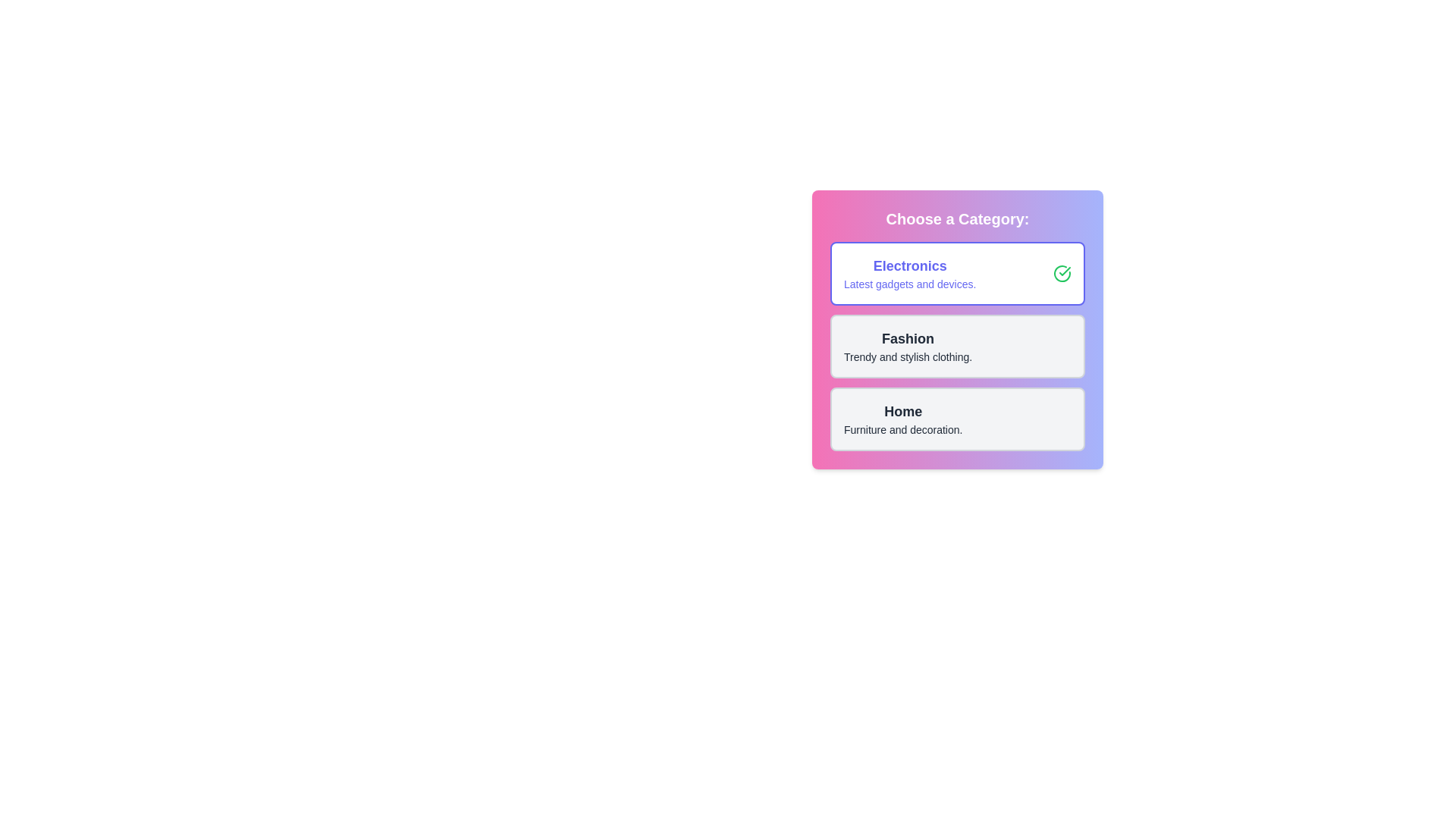 The image size is (1456, 819). Describe the element at coordinates (908, 346) in the screenshot. I see `the 'Fashion' title and description element located in the second section of the vertical list` at that location.